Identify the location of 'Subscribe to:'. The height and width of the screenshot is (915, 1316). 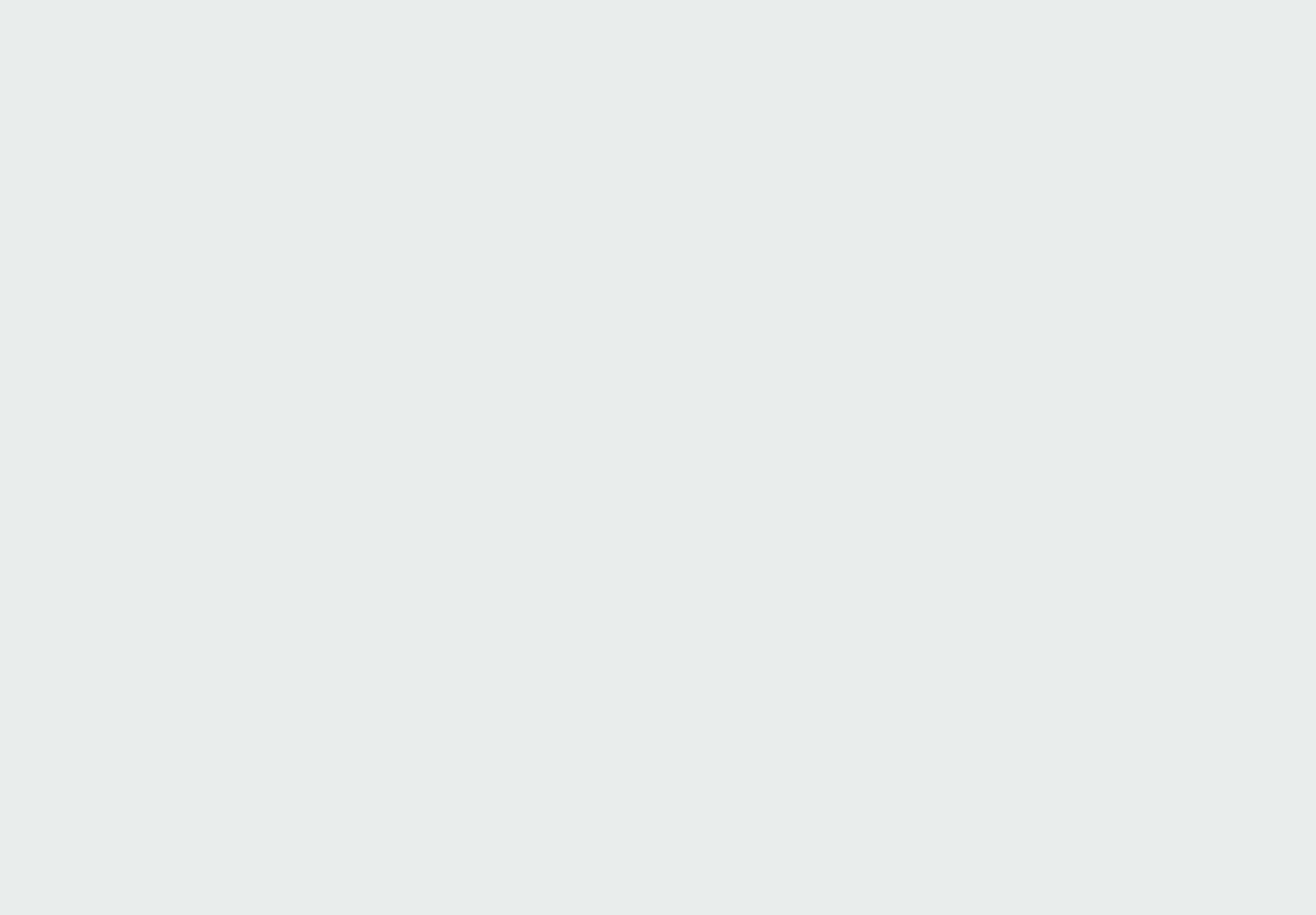
(227, 54).